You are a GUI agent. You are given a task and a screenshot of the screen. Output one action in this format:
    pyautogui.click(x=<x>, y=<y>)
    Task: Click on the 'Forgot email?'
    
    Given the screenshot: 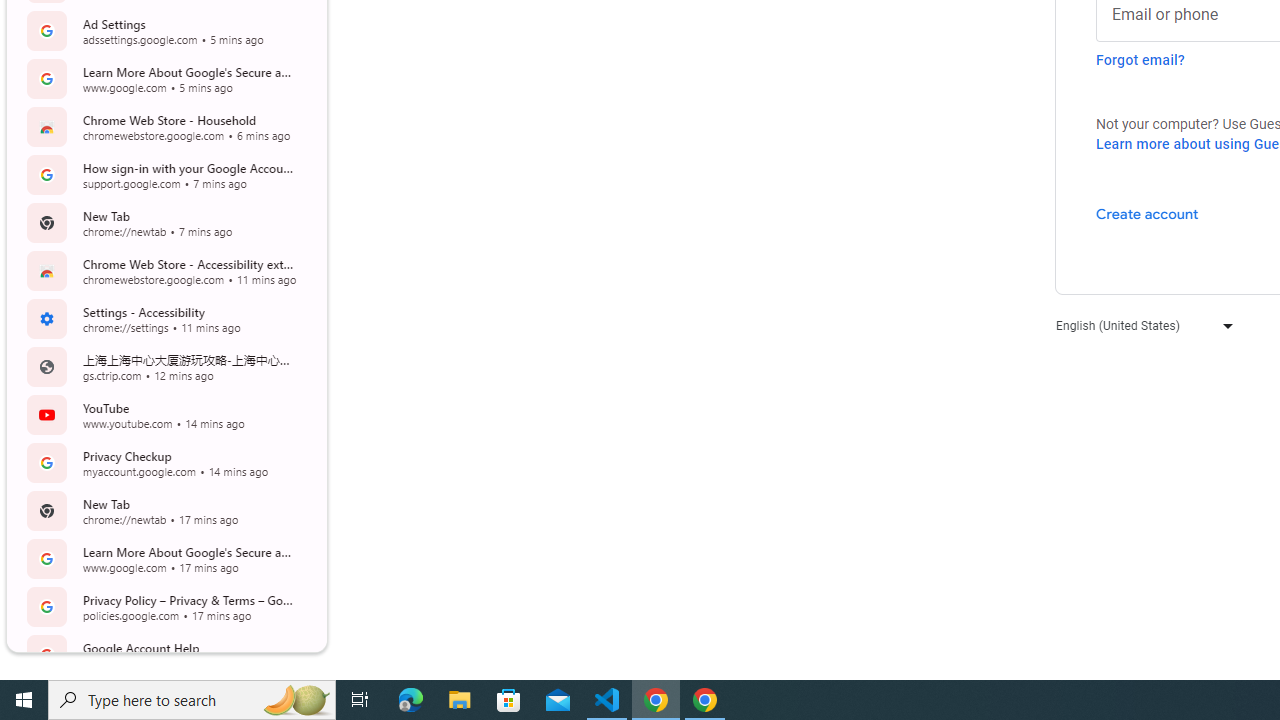 What is the action you would take?
    pyautogui.click(x=1140, y=59)
    